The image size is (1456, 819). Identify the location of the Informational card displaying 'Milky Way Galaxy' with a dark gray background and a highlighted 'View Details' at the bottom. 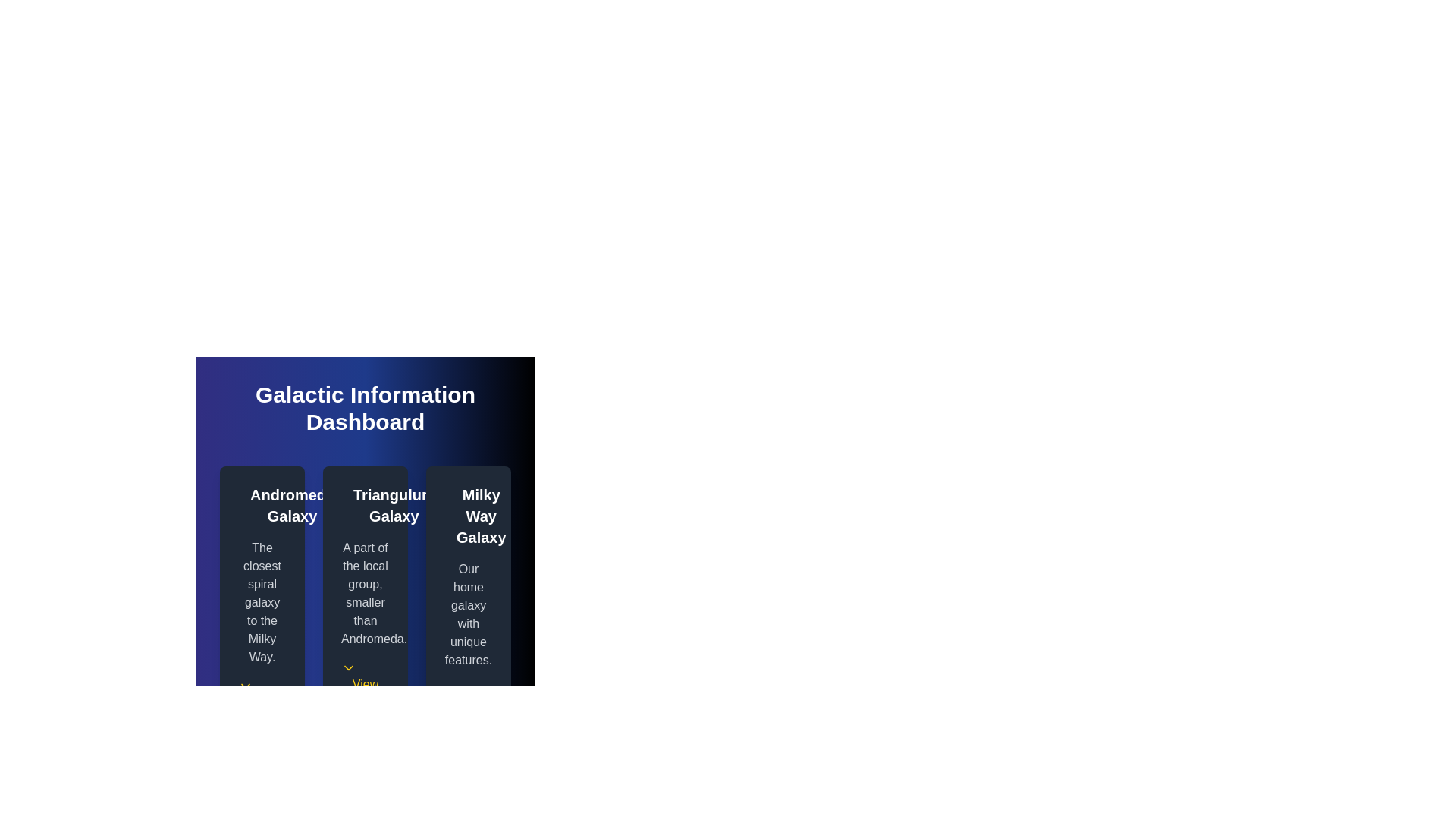
(468, 607).